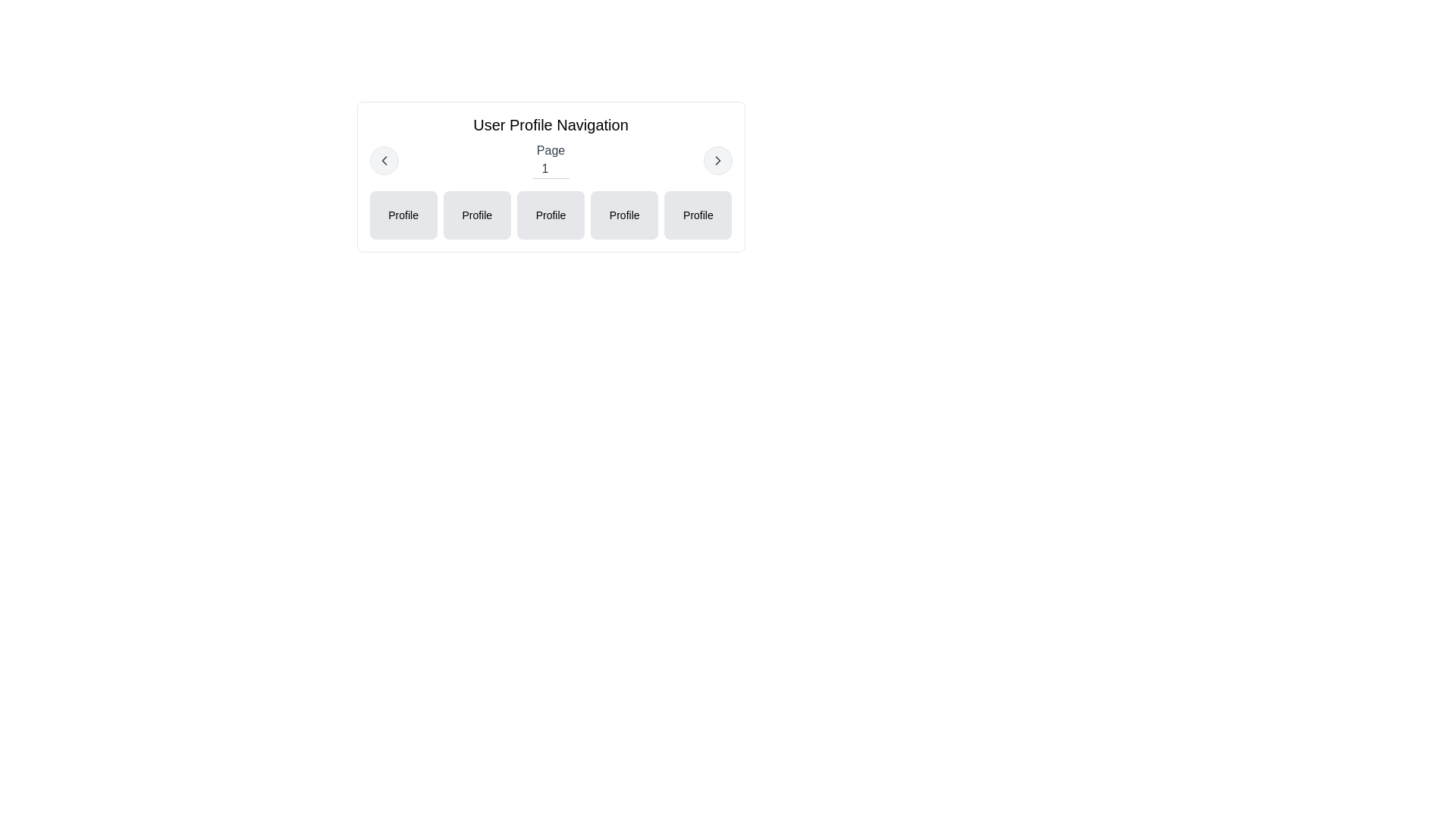 This screenshot has height=819, width=1456. What do you see at coordinates (550, 215) in the screenshot?
I see `the third button in the User Profile Navigation section, which indicates the current selection or inactive state` at bounding box center [550, 215].